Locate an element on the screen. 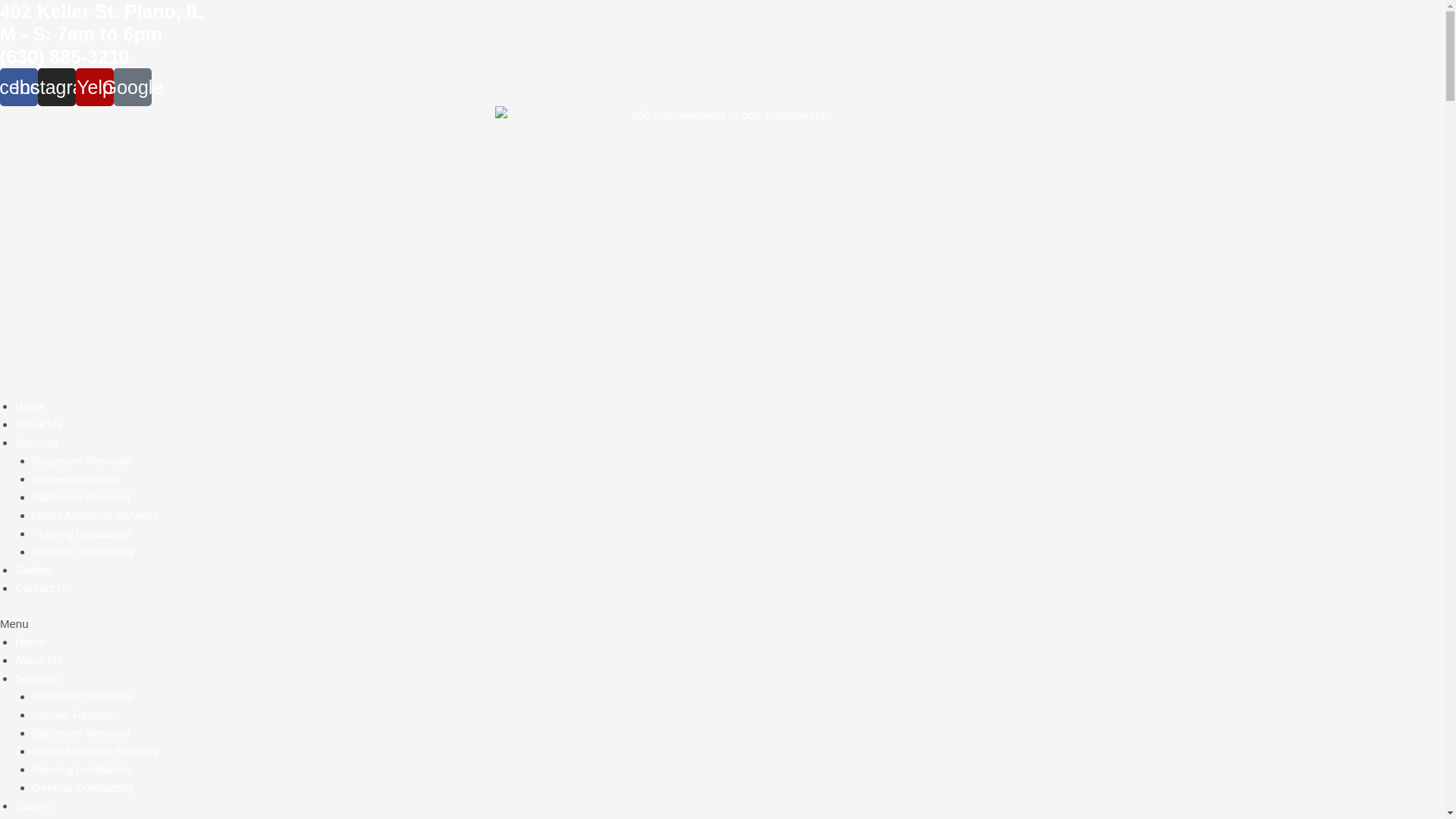 The width and height of the screenshot is (1456, 819). 'Bathroom Remodel' is located at coordinates (80, 497).